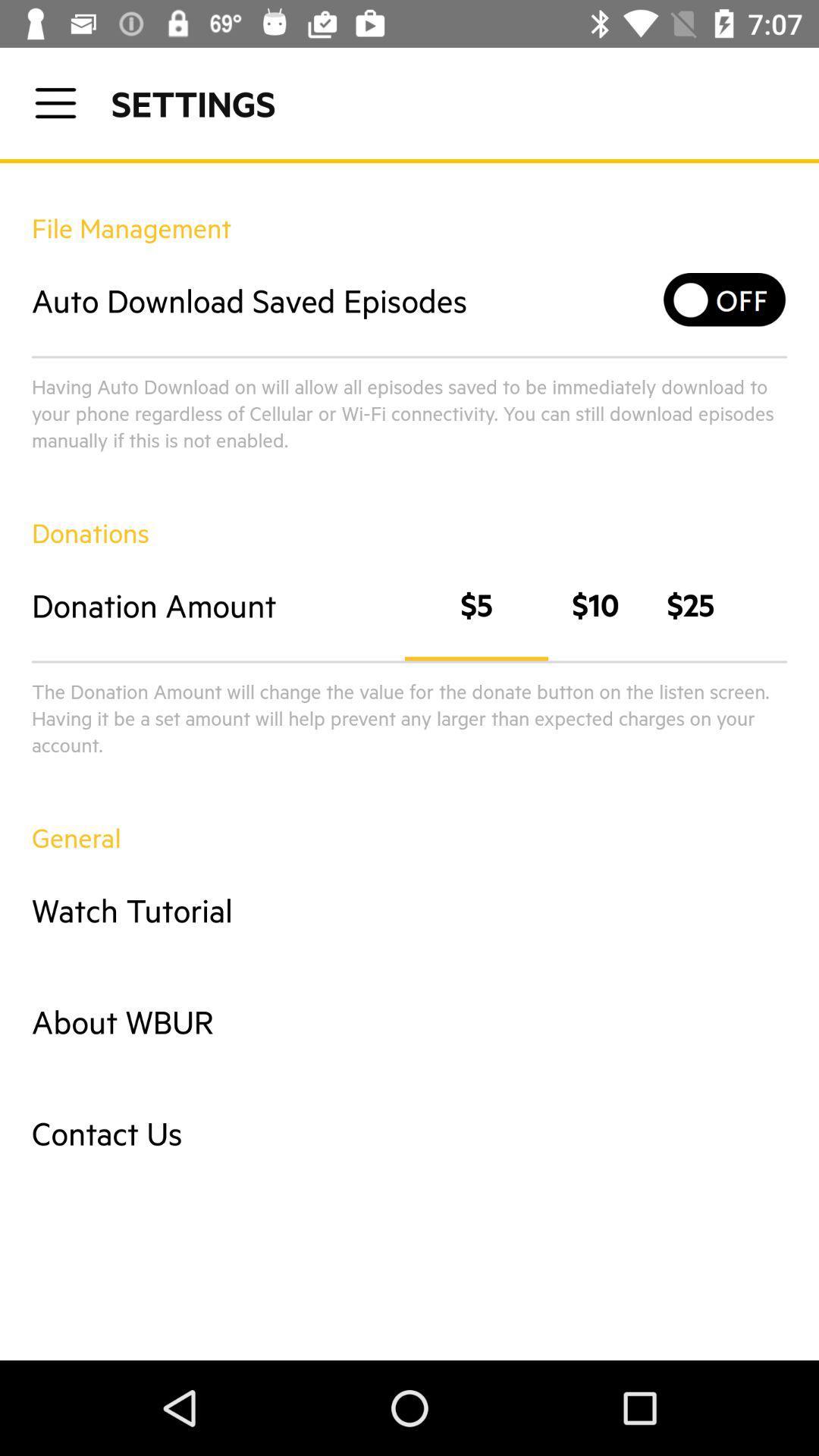 Image resolution: width=819 pixels, height=1456 pixels. Describe the element at coordinates (55, 102) in the screenshot. I see `open a menu` at that location.